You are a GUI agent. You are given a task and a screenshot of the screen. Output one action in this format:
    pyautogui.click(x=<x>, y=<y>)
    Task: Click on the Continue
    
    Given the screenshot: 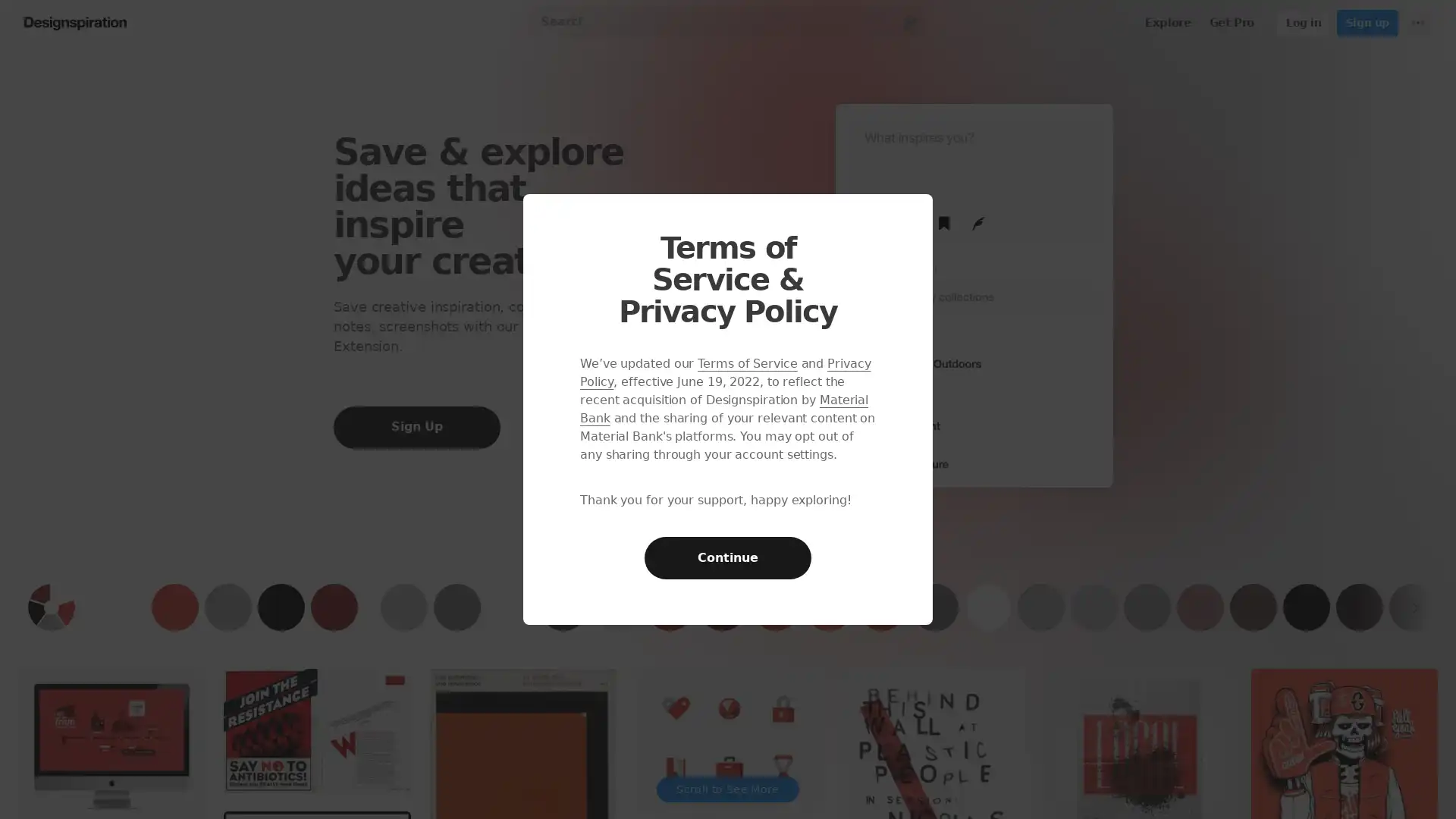 What is the action you would take?
    pyautogui.click(x=728, y=558)
    